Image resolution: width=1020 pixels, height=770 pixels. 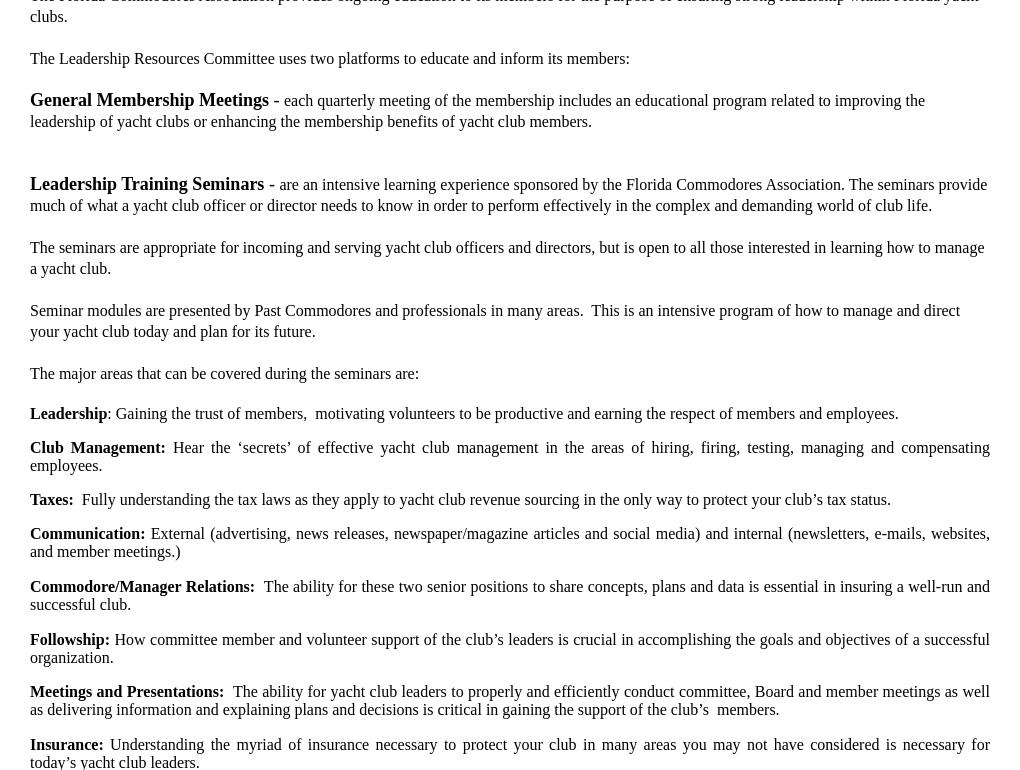 I want to click on 'Meetings and Presentations:', so click(x=131, y=690).